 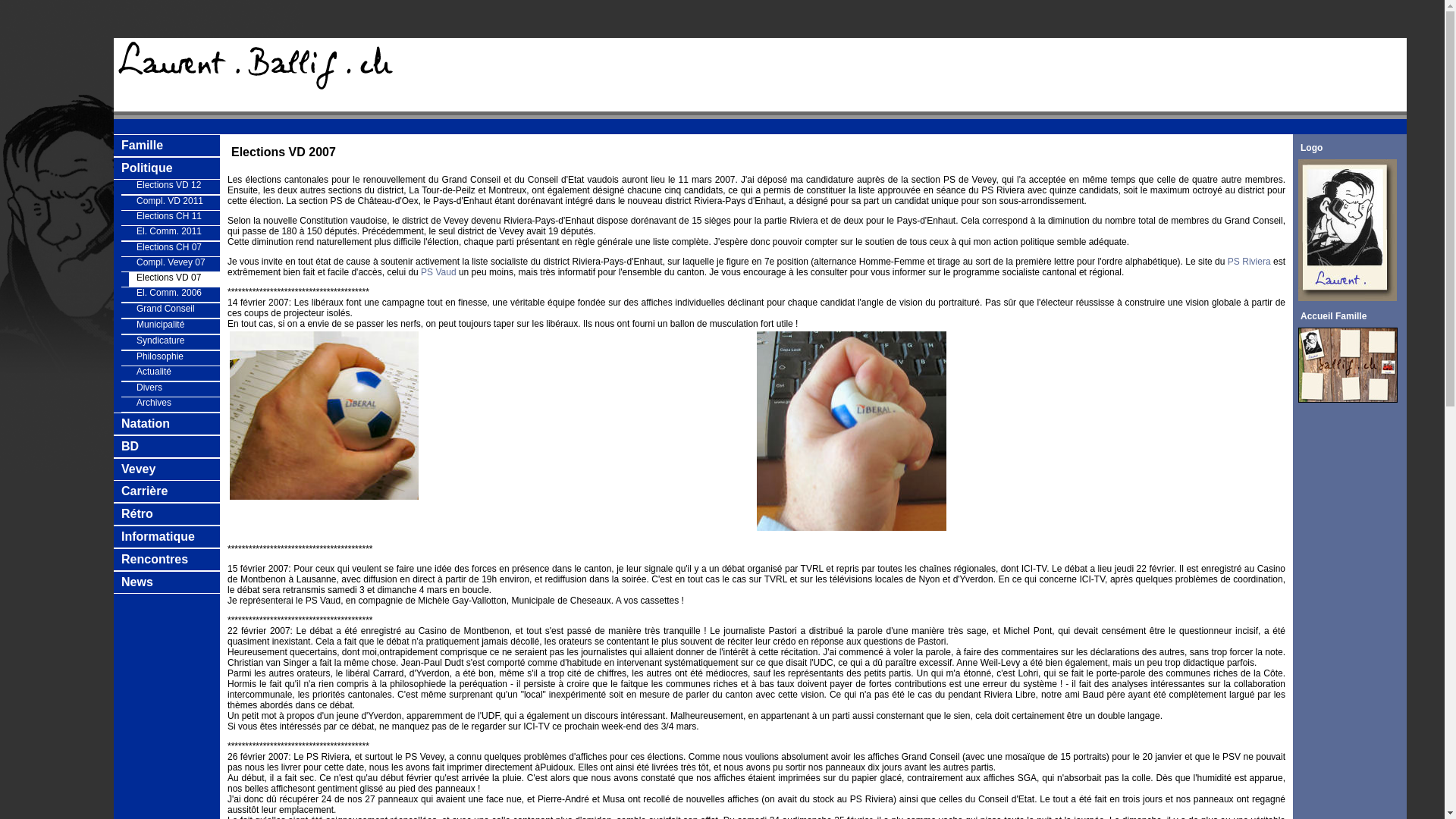 I want to click on 'Rencontres', so click(x=155, y=559).